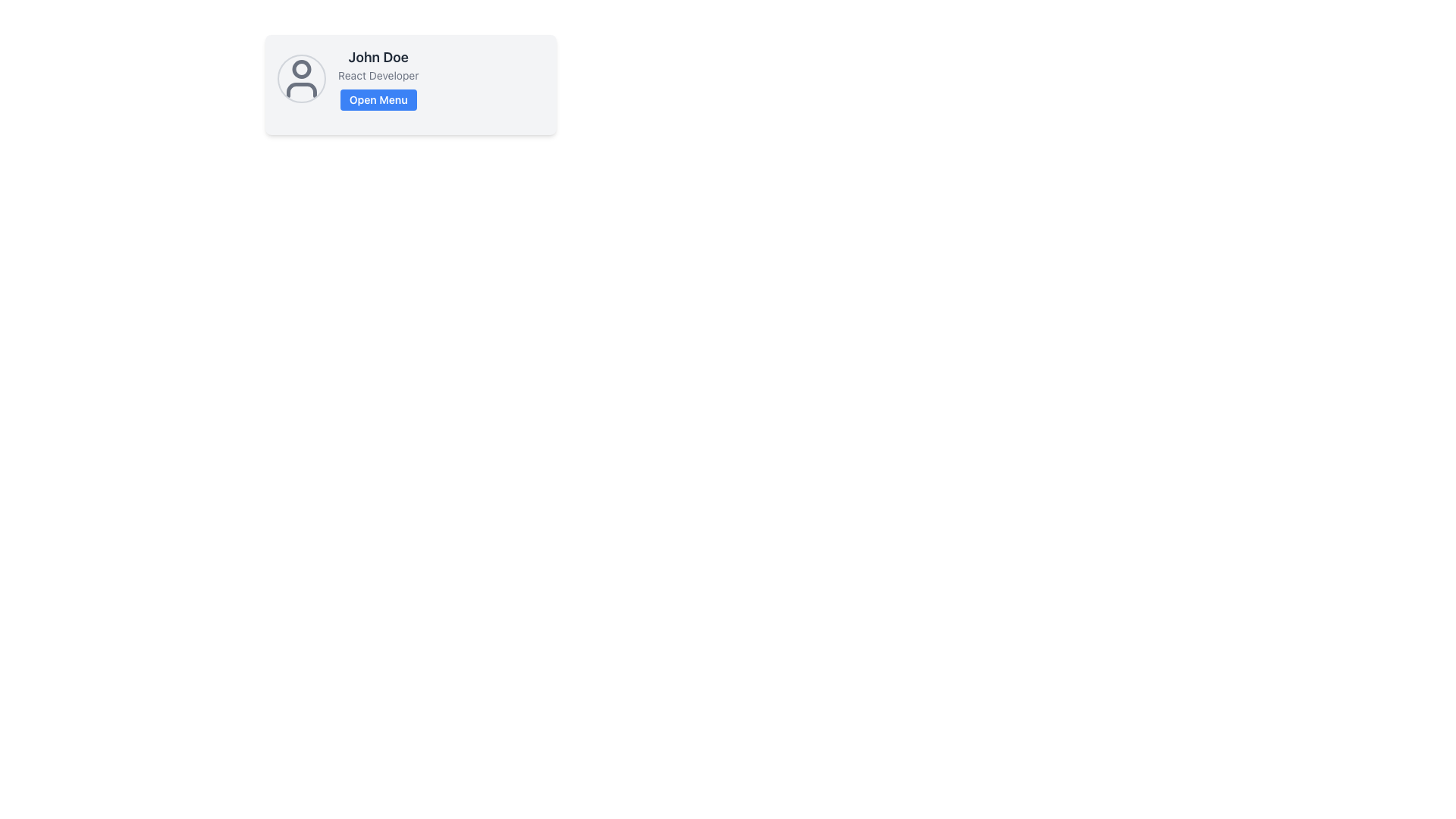 The image size is (1456, 819). I want to click on the small circle located at the top center of the user profile icon within the user card widget, so click(302, 69).